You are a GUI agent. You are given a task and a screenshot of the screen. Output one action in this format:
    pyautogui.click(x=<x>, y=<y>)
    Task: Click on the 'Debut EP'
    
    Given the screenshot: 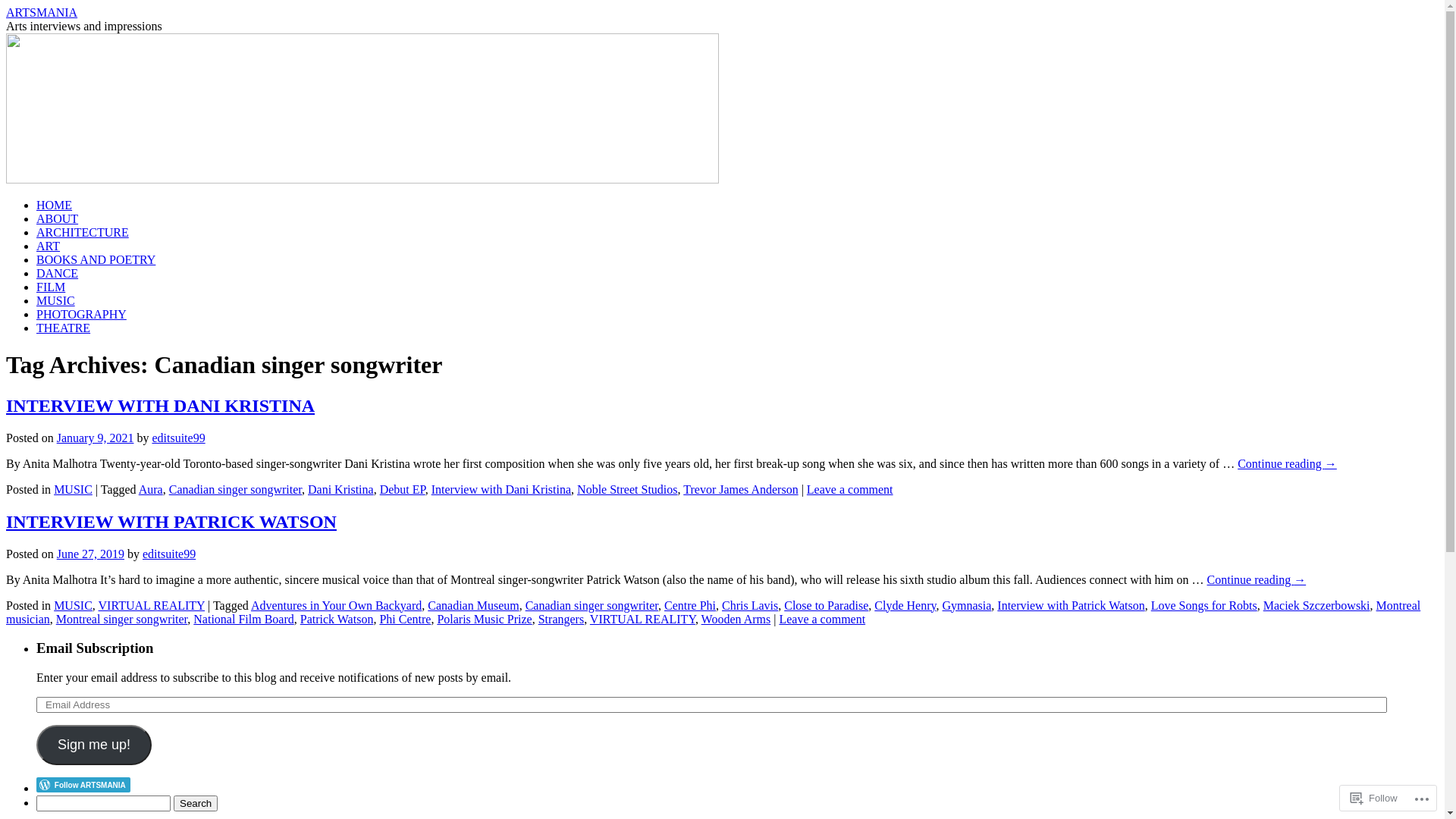 What is the action you would take?
    pyautogui.click(x=403, y=489)
    